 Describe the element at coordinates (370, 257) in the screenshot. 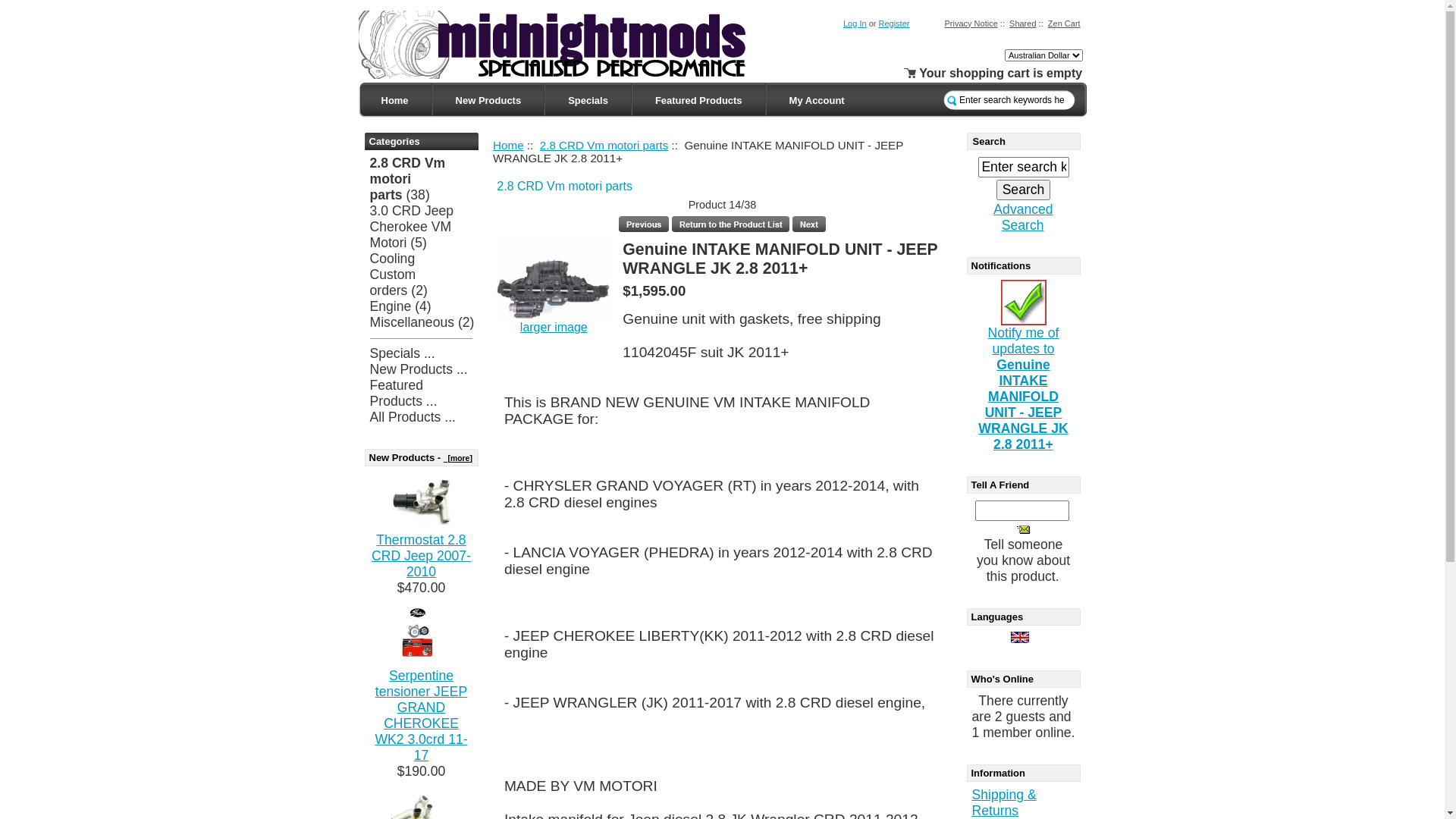

I see `'Cooling'` at that location.